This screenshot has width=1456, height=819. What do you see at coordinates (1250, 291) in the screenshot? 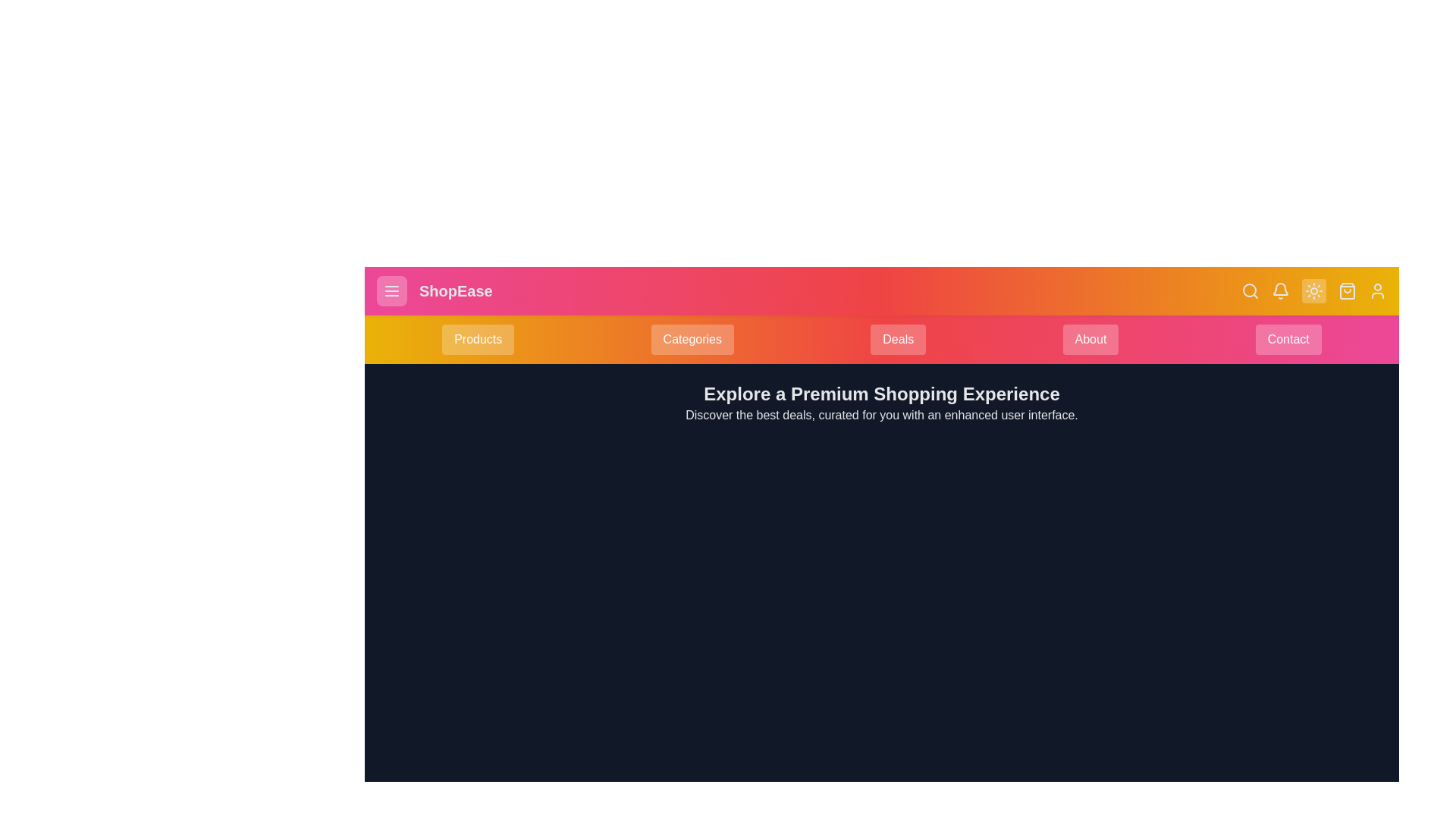
I see `the search icon to initiate a search action` at bounding box center [1250, 291].